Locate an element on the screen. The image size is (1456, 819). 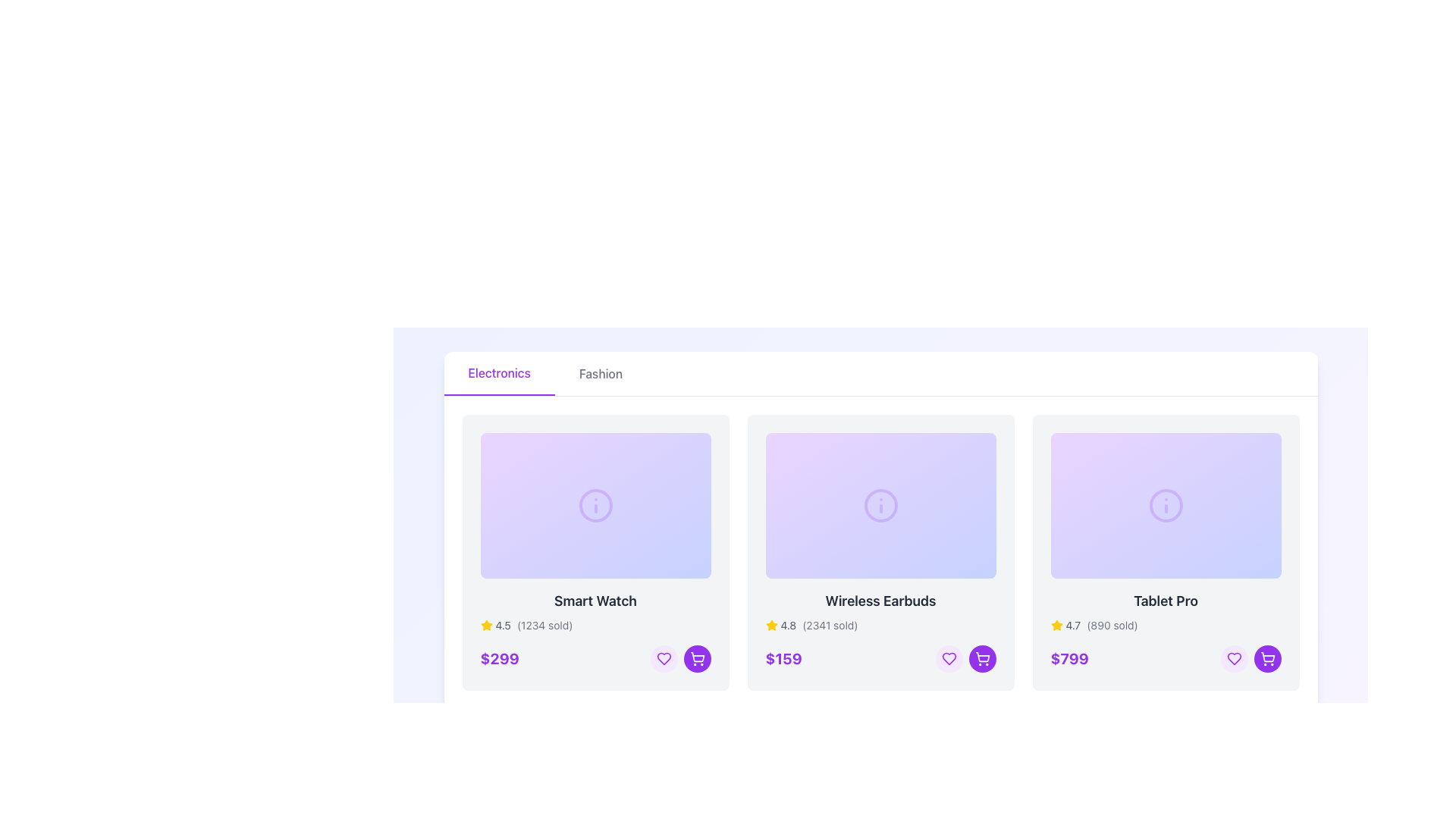
the five-pointed star icon with a yellow fill, which is the first icon in the graphical rating display of the 'Tablet Pro' product information, located directly to the left of the rating text '4.7' is located at coordinates (1056, 625).